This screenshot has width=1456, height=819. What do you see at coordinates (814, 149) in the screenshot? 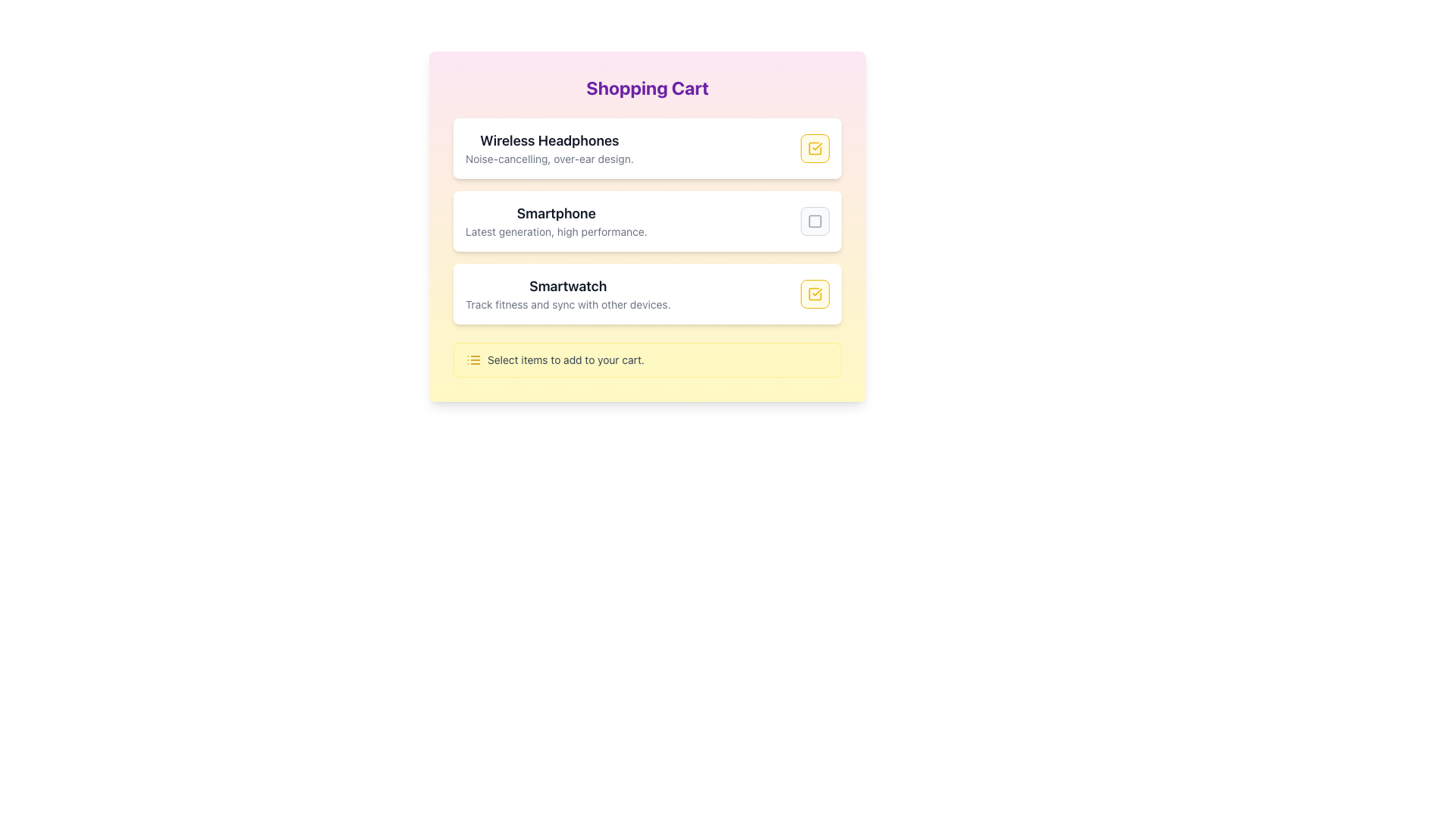
I see `the checkbox located in the top-right corner of the 'Wireless Headphones' card` at bounding box center [814, 149].